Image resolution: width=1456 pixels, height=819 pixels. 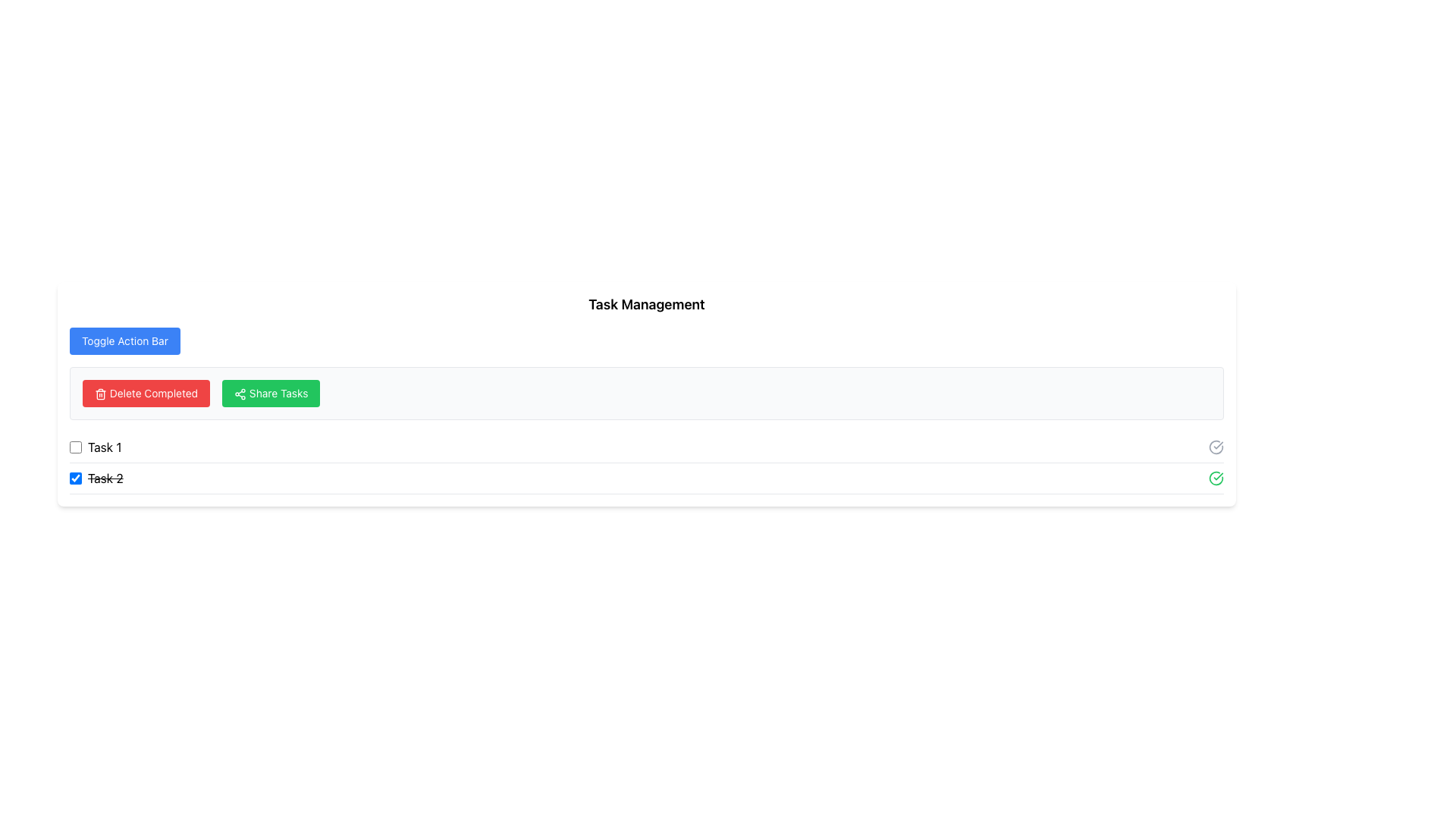 What do you see at coordinates (647, 462) in the screenshot?
I see `and drop the task list element, which includes 'Task 1' and 'Task 2'` at bounding box center [647, 462].